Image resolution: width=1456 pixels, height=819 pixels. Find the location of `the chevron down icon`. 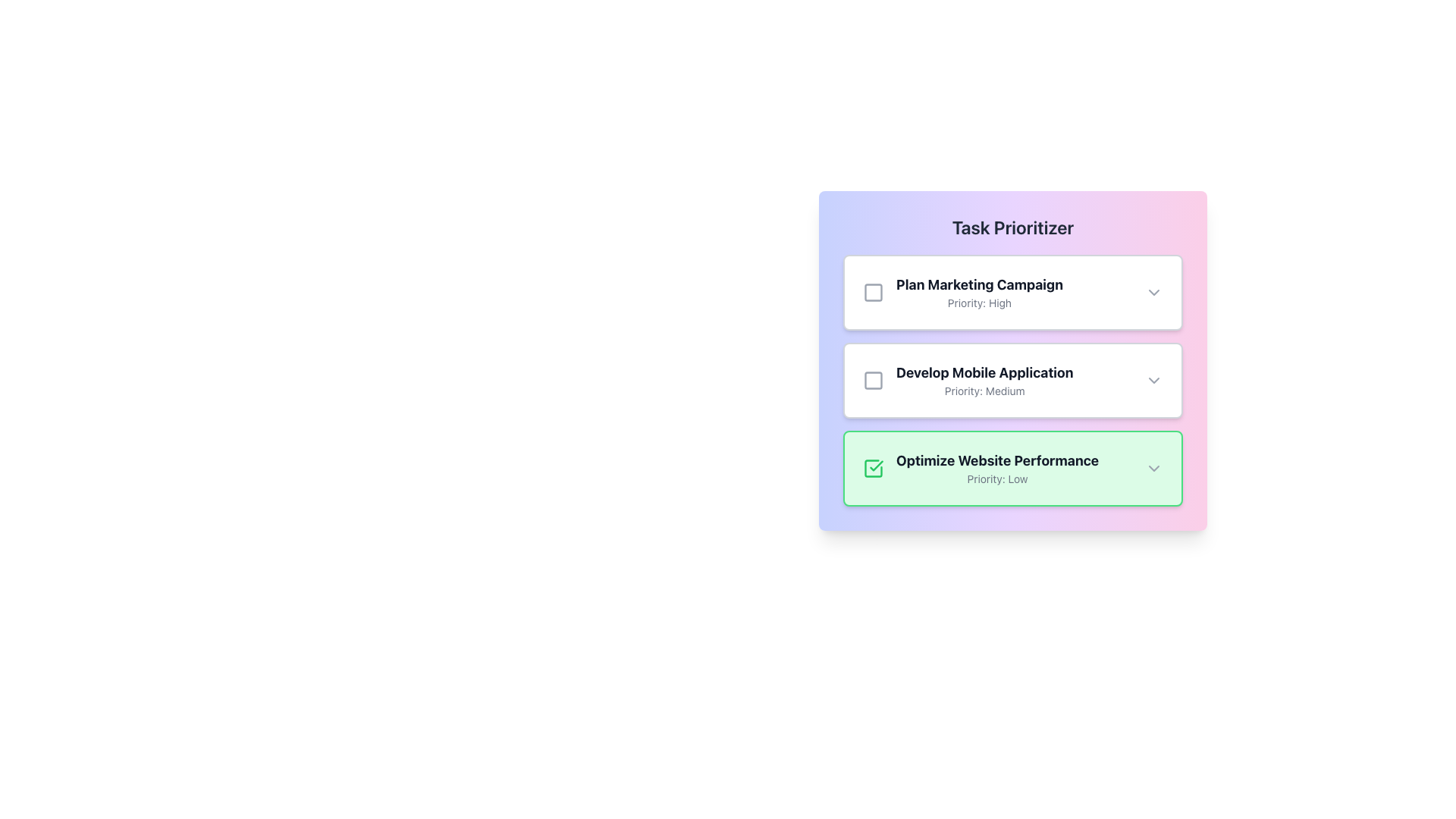

the chevron down icon is located at coordinates (1153, 379).